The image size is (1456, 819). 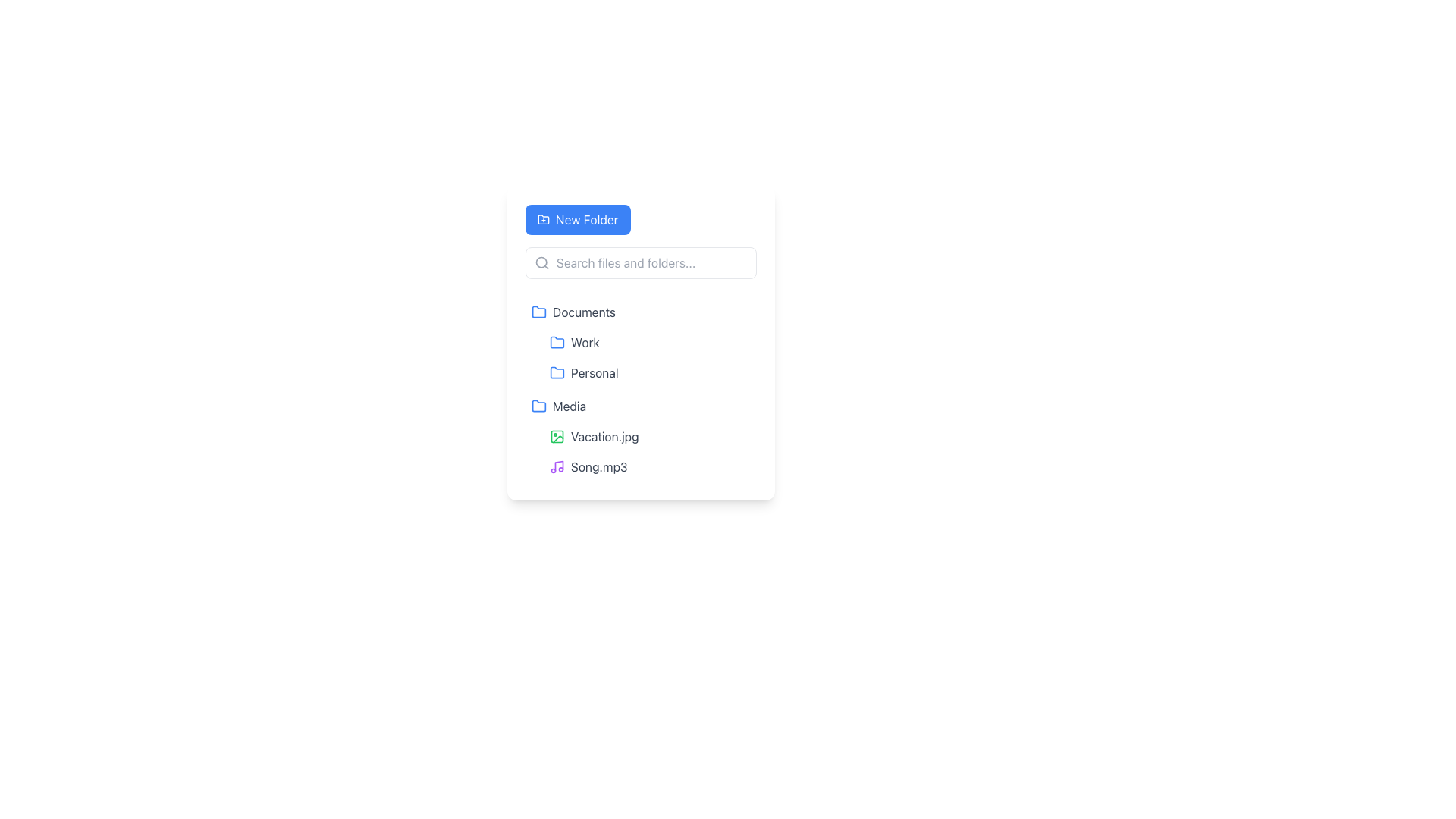 What do you see at coordinates (650, 436) in the screenshot?
I see `the first file entry named 'Vacation.jpg'` at bounding box center [650, 436].